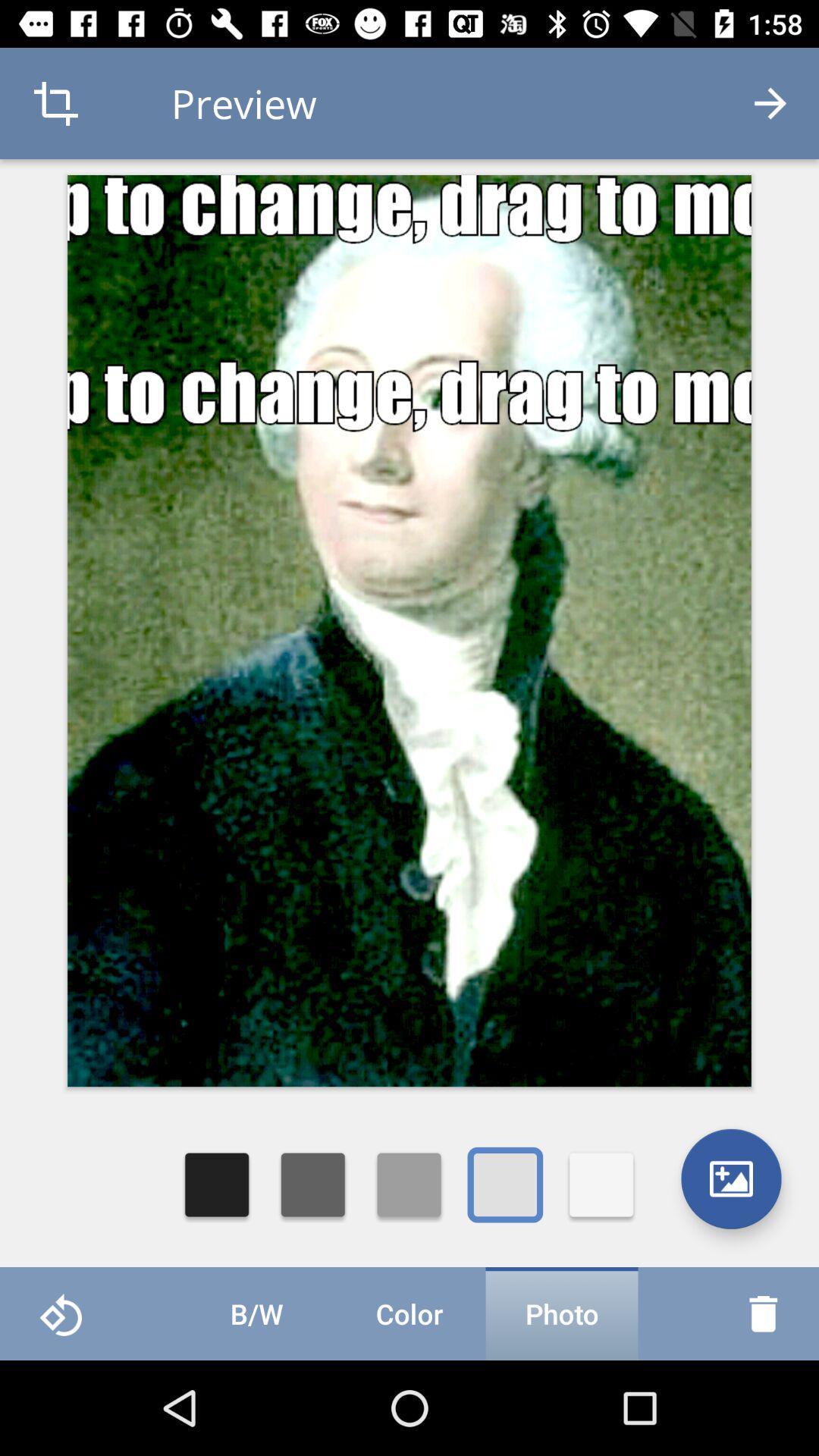 This screenshot has width=819, height=1456. Describe the element at coordinates (763, 1313) in the screenshot. I see `the delete icon` at that location.